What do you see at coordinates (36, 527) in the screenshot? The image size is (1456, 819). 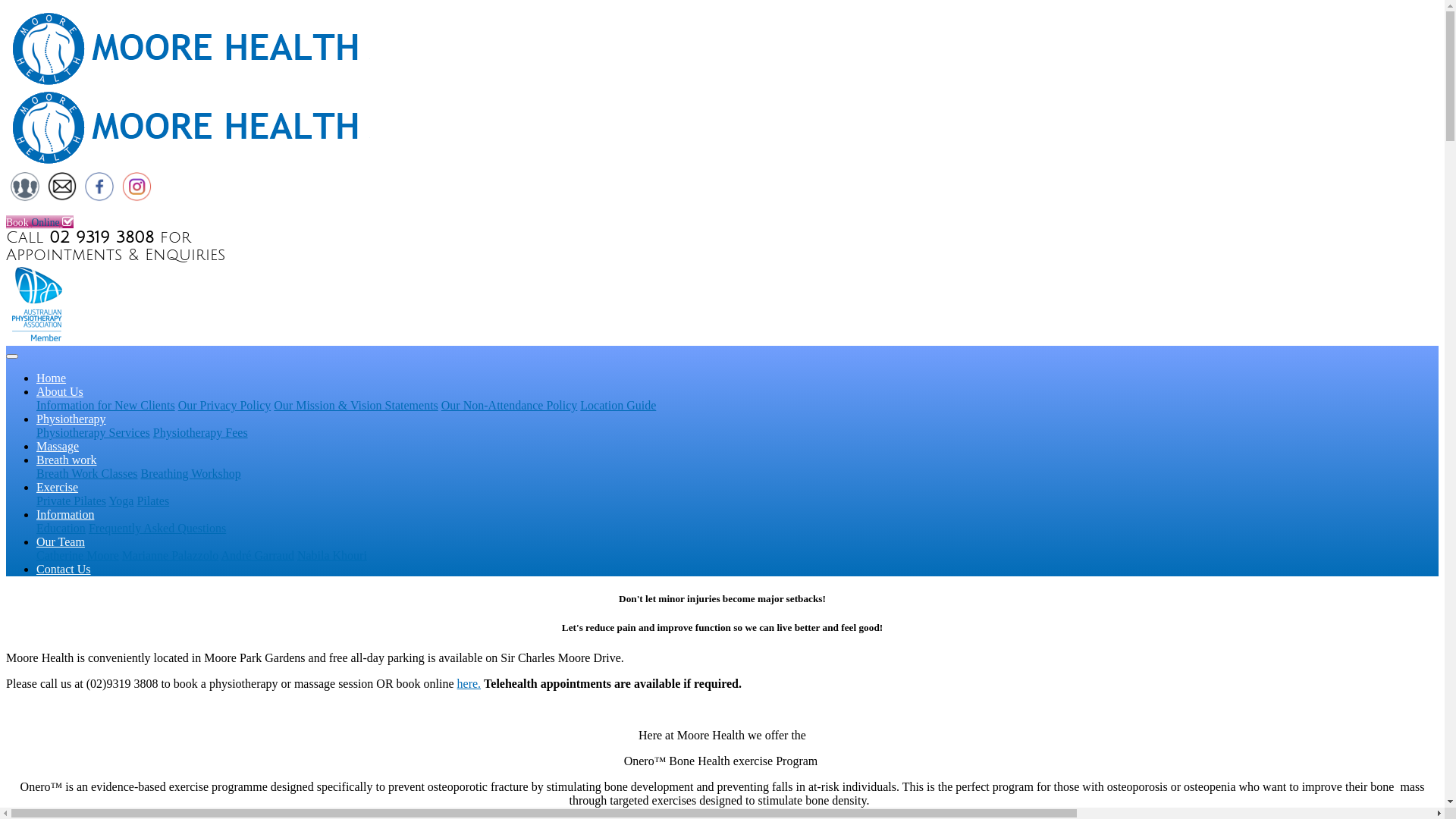 I see `'Education'` at bounding box center [36, 527].